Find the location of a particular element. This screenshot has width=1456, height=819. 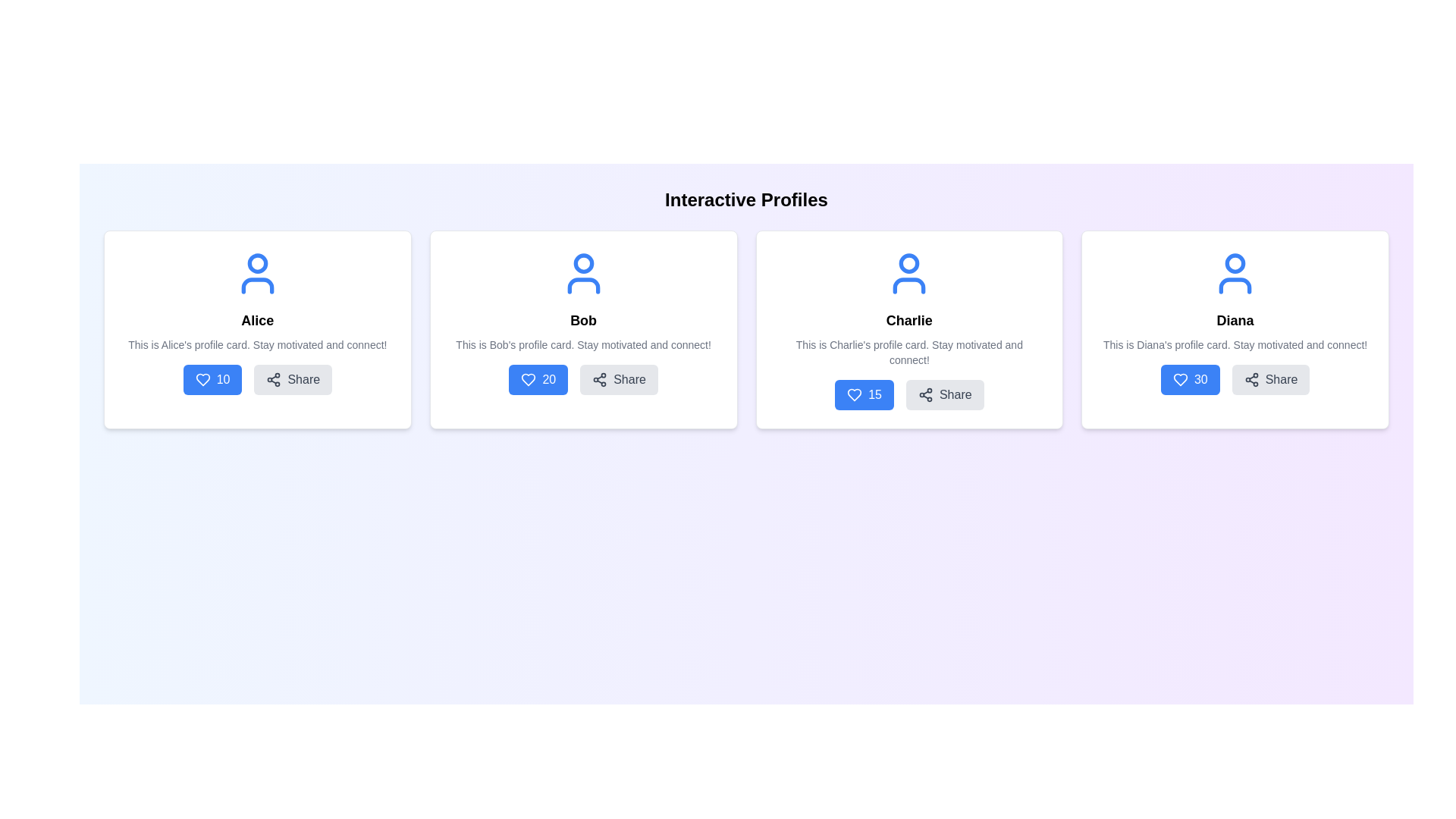

the heart icon located in the profile card of Alice, positioned at the bottom left corner next to the '10' count text is located at coordinates (202, 379).